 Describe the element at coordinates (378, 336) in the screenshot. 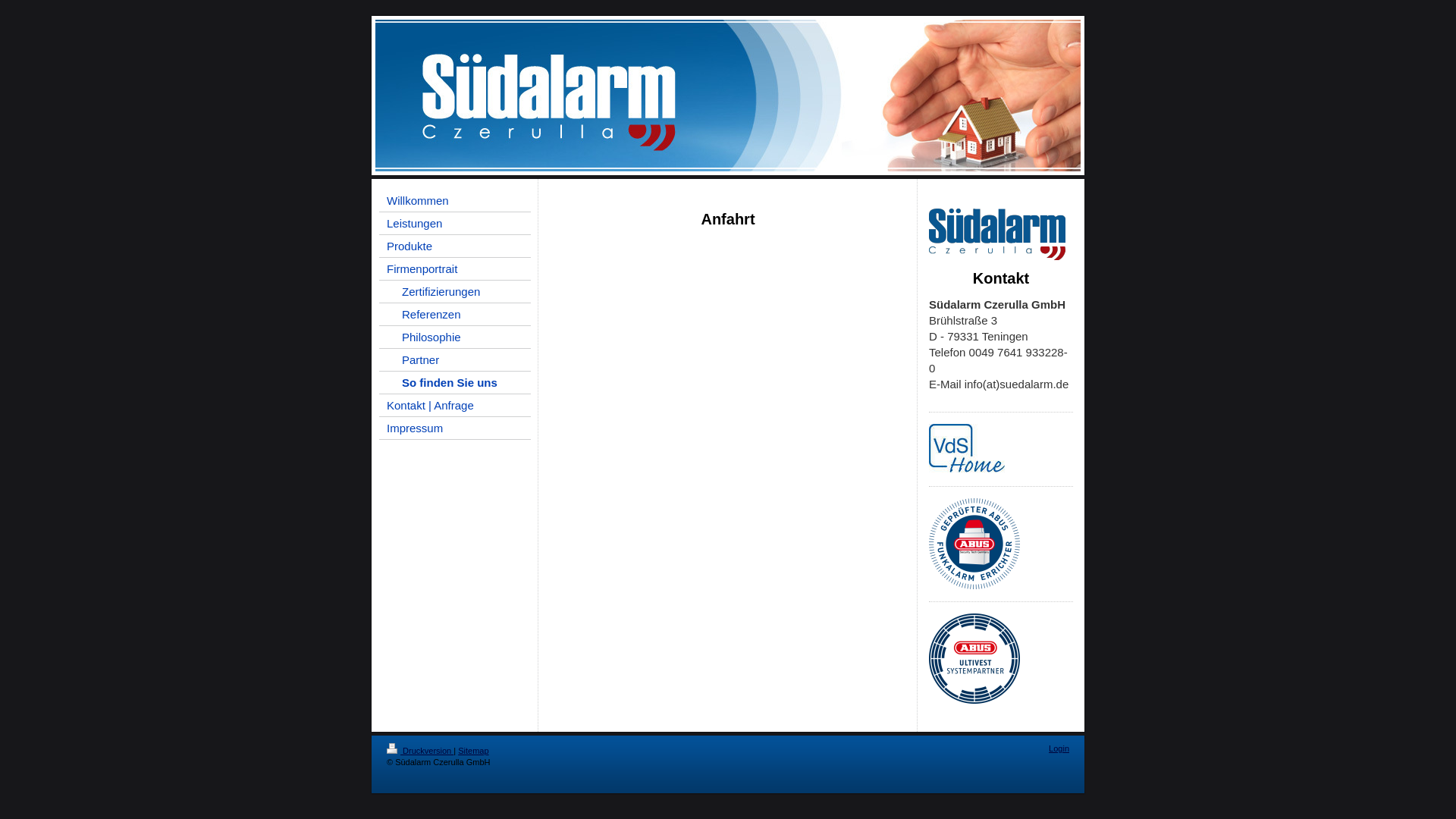

I see `'Philosophie'` at that location.